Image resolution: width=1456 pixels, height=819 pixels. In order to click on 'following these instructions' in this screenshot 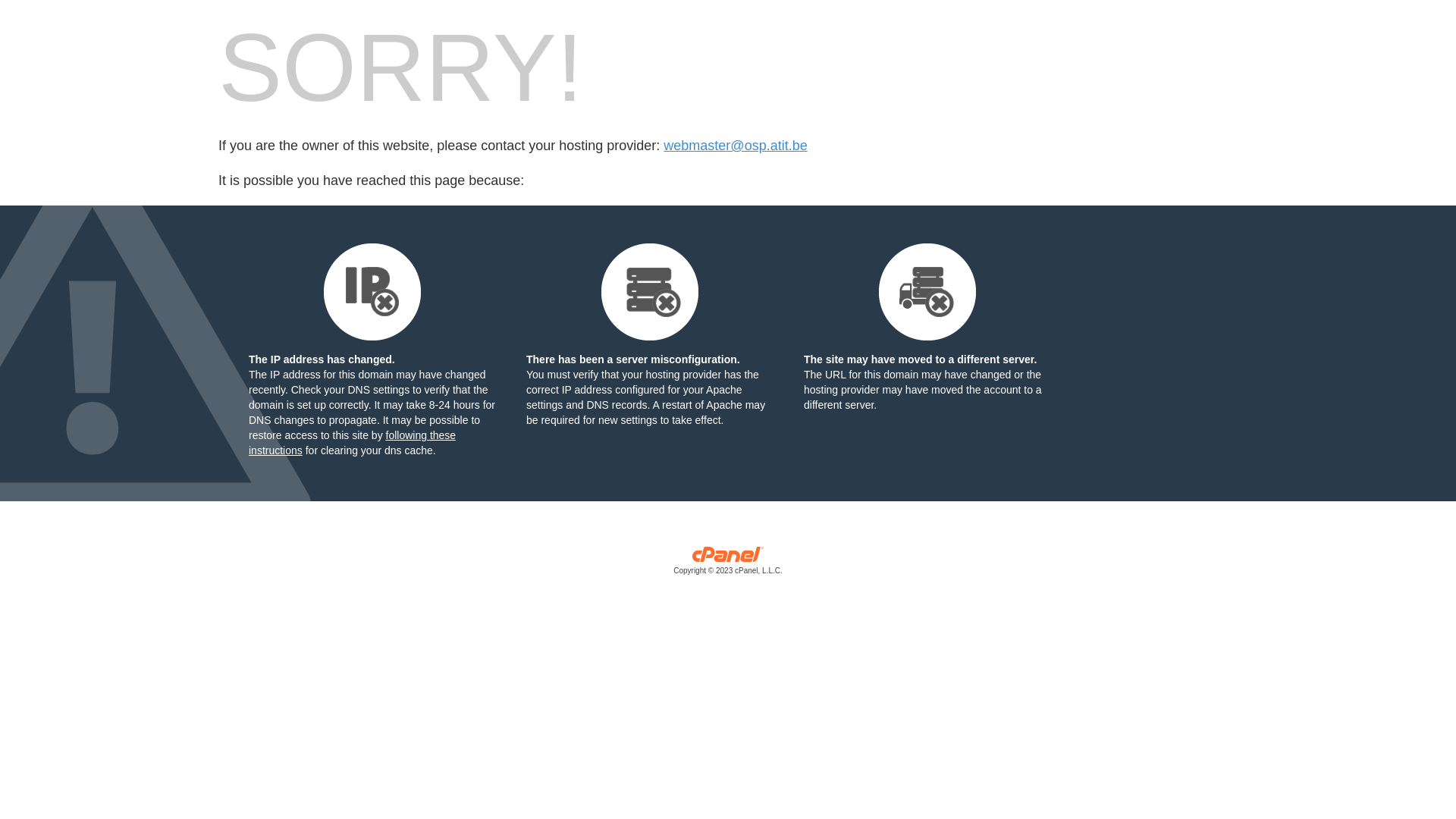, I will do `click(351, 442)`.